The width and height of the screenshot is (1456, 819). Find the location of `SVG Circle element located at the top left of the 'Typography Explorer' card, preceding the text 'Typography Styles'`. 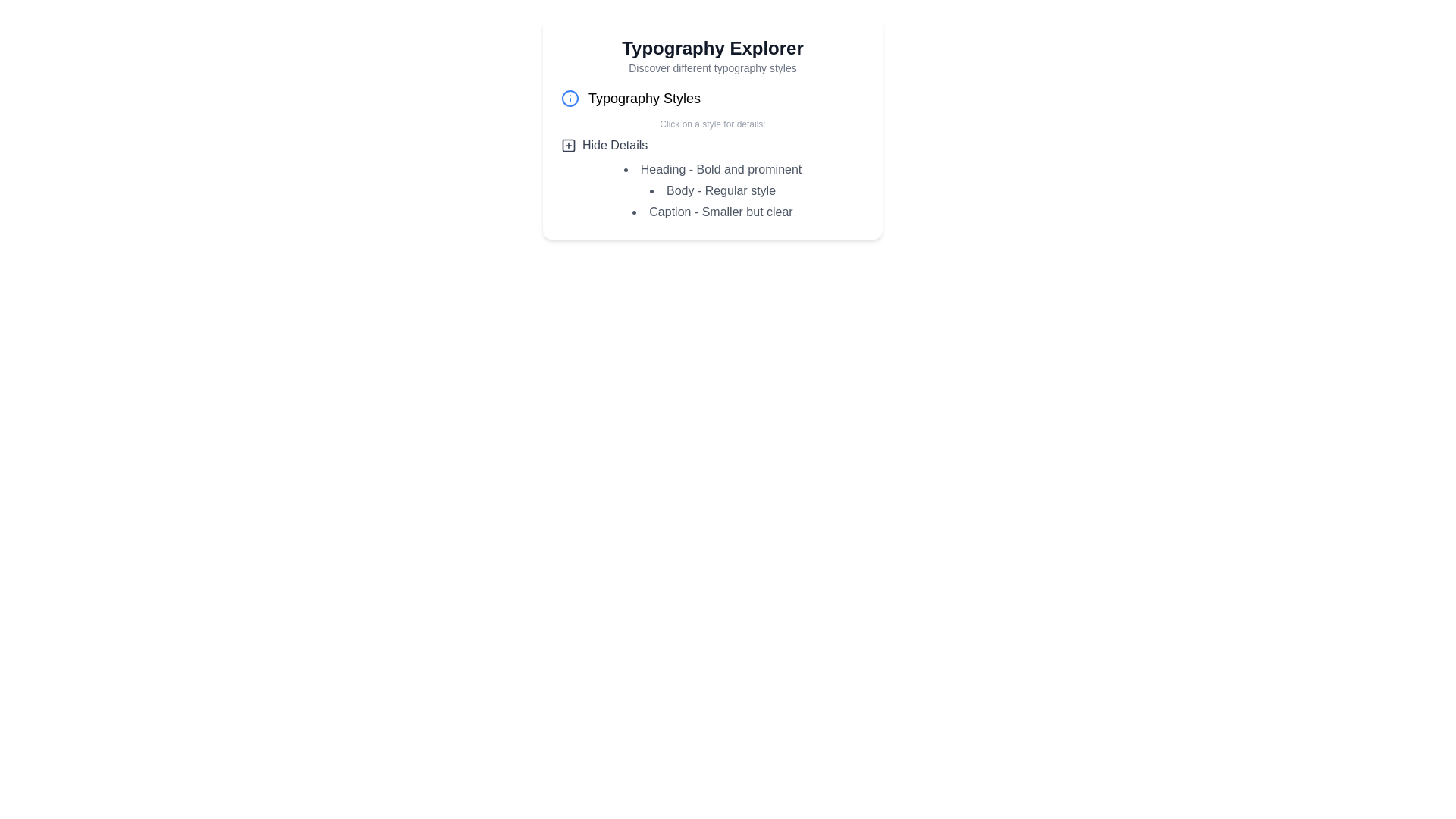

SVG Circle element located at the top left of the 'Typography Explorer' card, preceding the text 'Typography Styles' is located at coordinates (570, 99).